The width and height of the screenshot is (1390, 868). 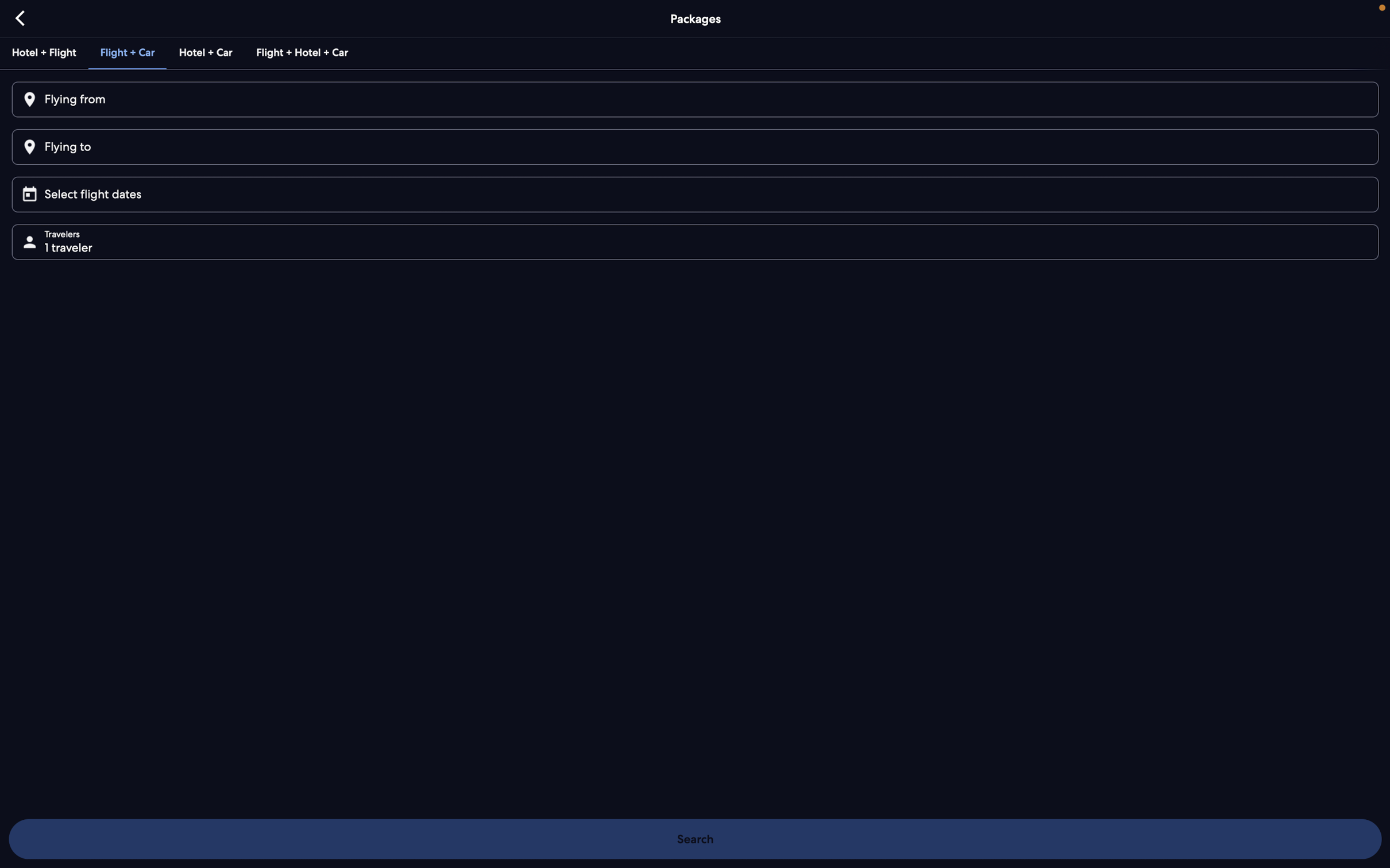 I want to click on the bundle option for flight, hotel, and car rental, so click(x=300, y=52).